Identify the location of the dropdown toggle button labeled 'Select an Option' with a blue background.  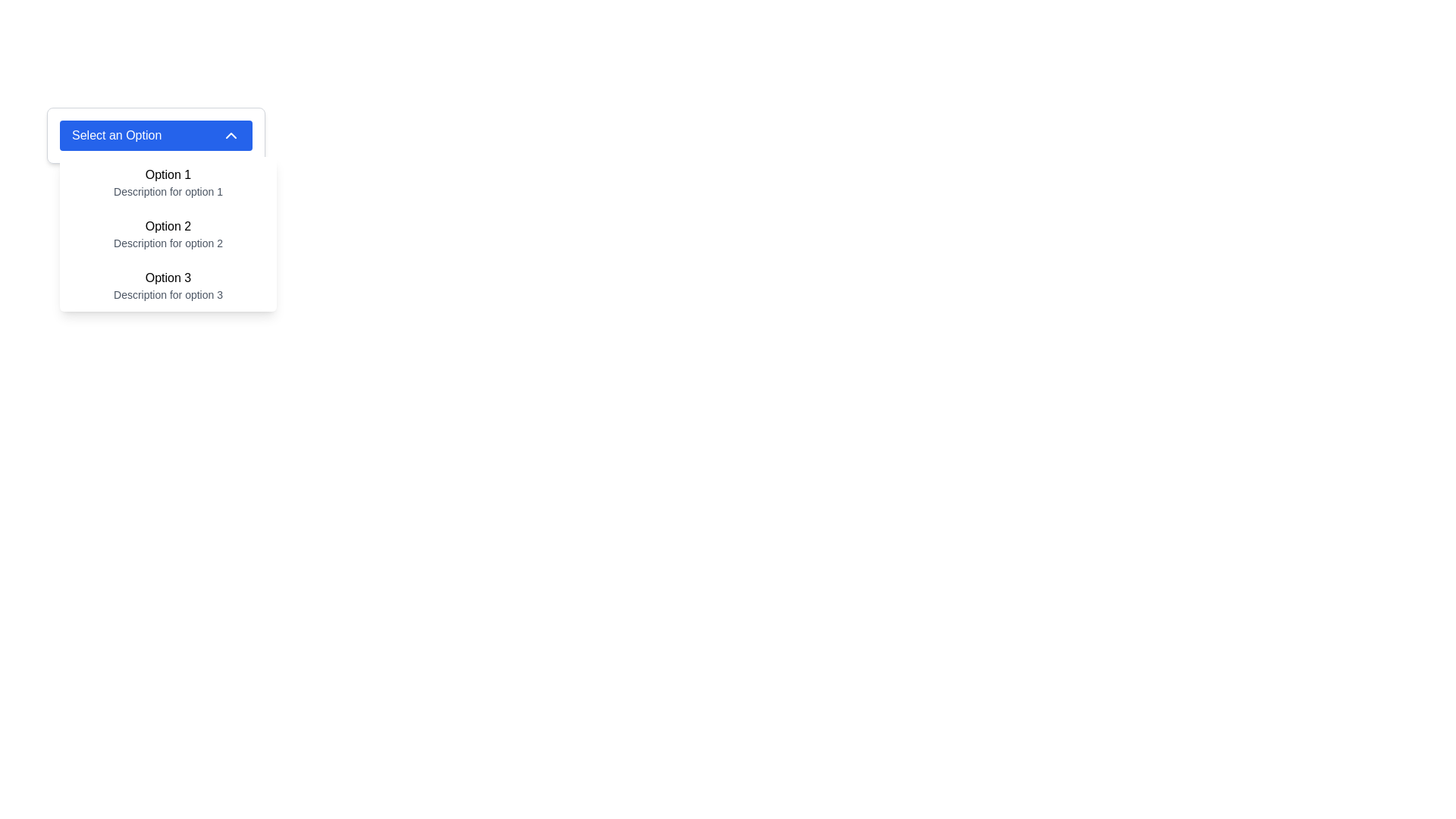
(156, 134).